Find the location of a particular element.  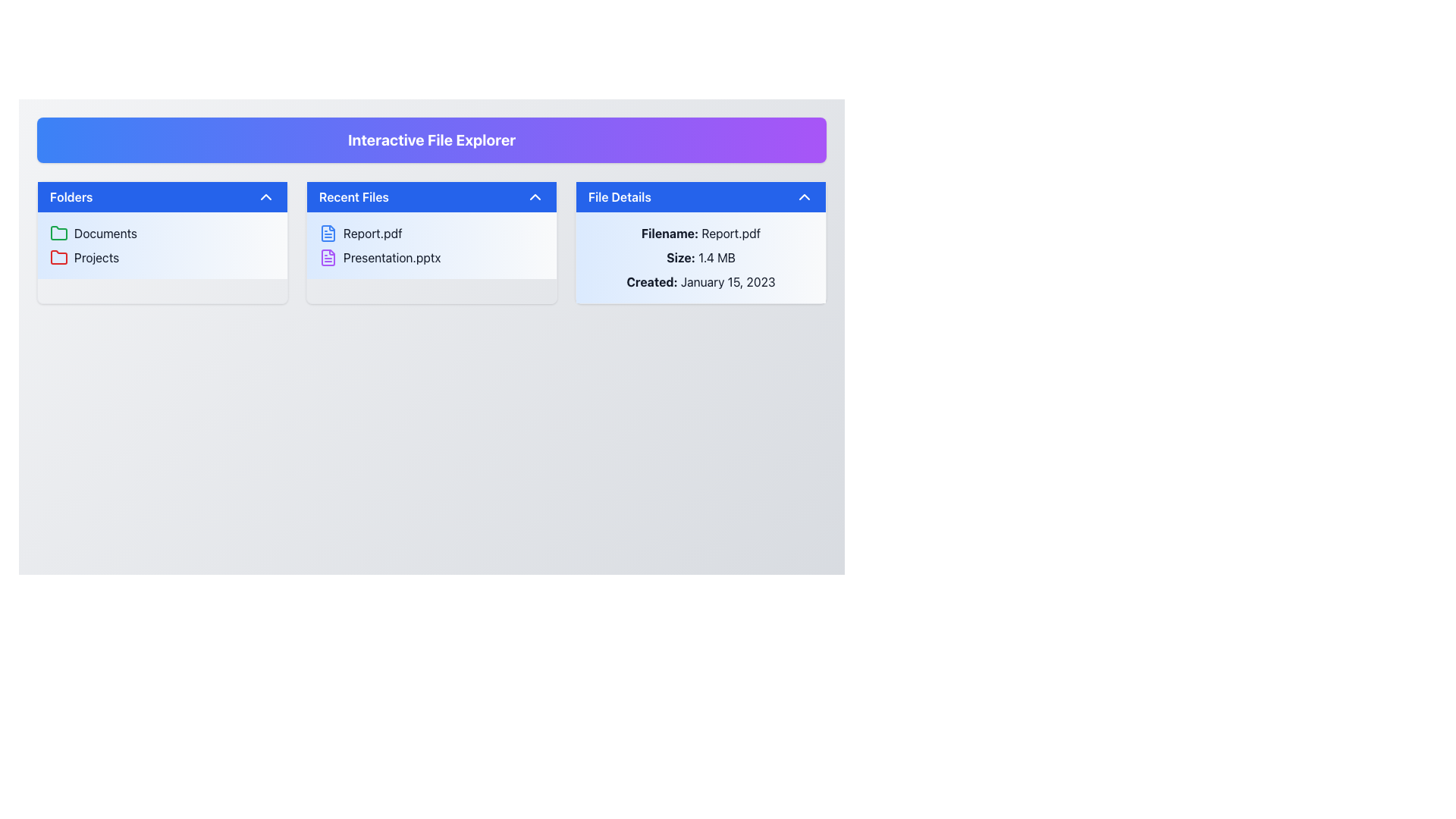

the text label or hyperlink 'Presentation.pptx' located is located at coordinates (392, 256).